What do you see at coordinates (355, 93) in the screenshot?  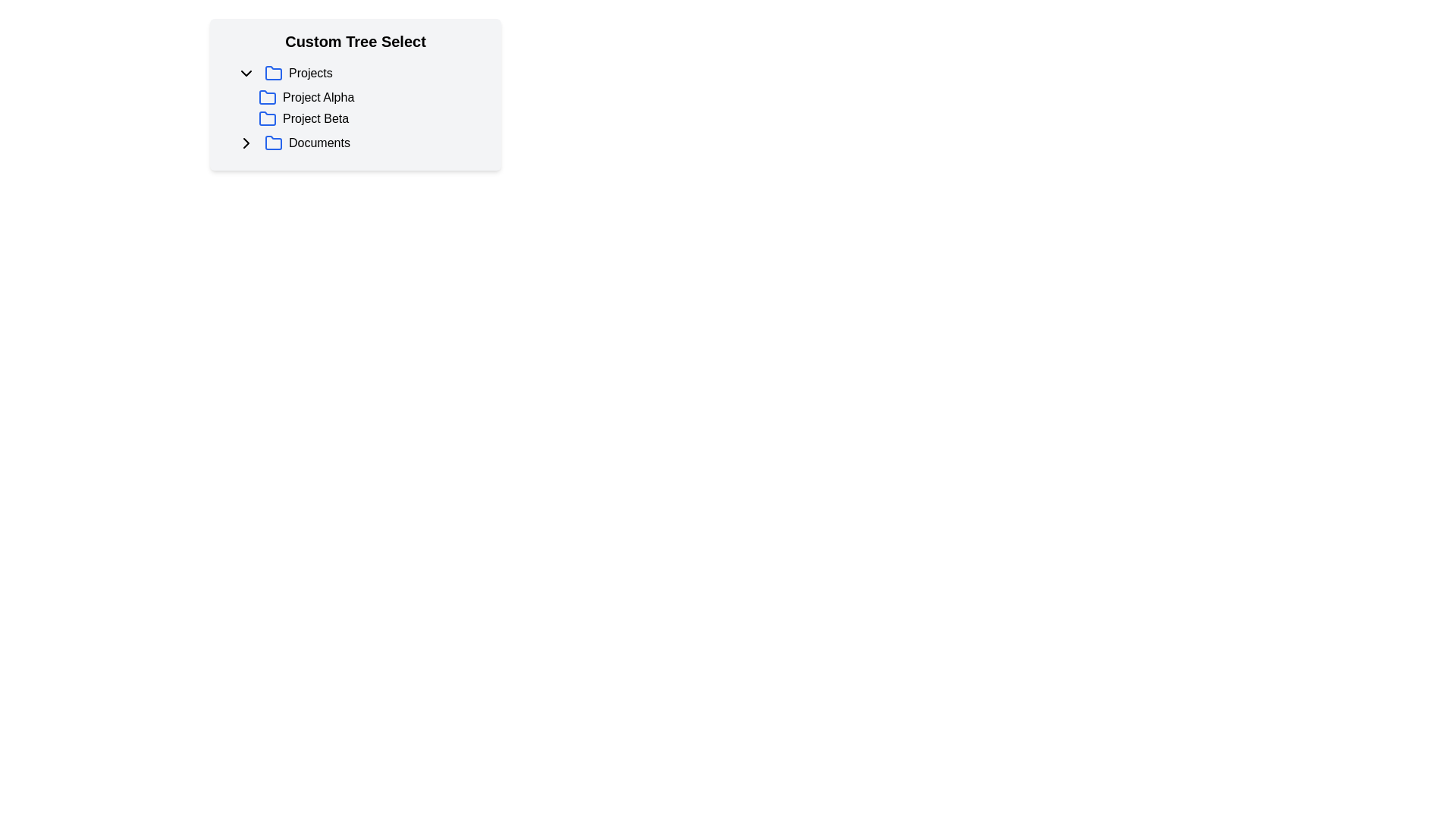 I see `the 'Custom Tree Select' hierarchical list` at bounding box center [355, 93].